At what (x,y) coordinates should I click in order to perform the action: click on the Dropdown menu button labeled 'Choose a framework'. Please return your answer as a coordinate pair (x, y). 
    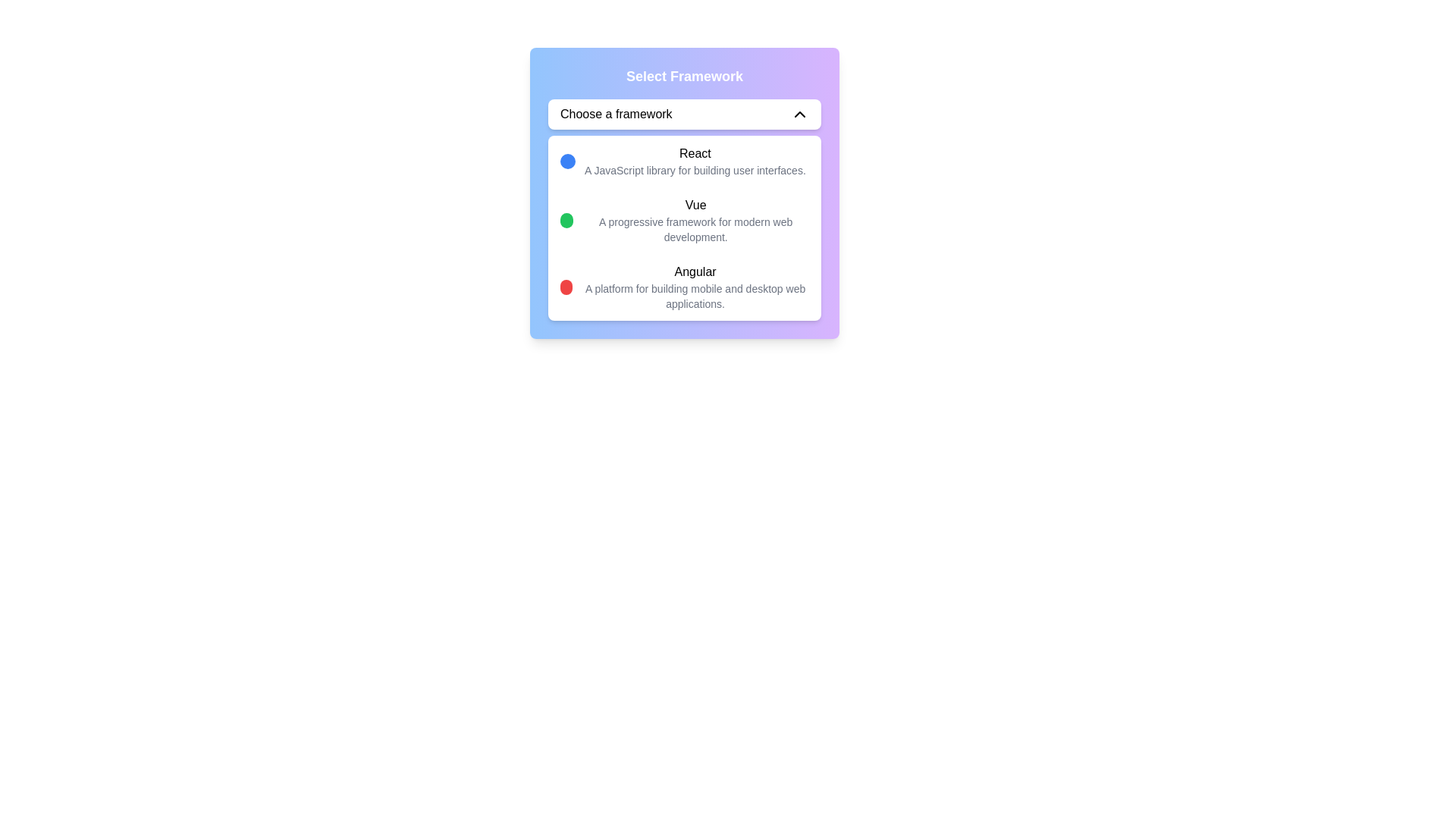
    Looking at the image, I should click on (683, 113).